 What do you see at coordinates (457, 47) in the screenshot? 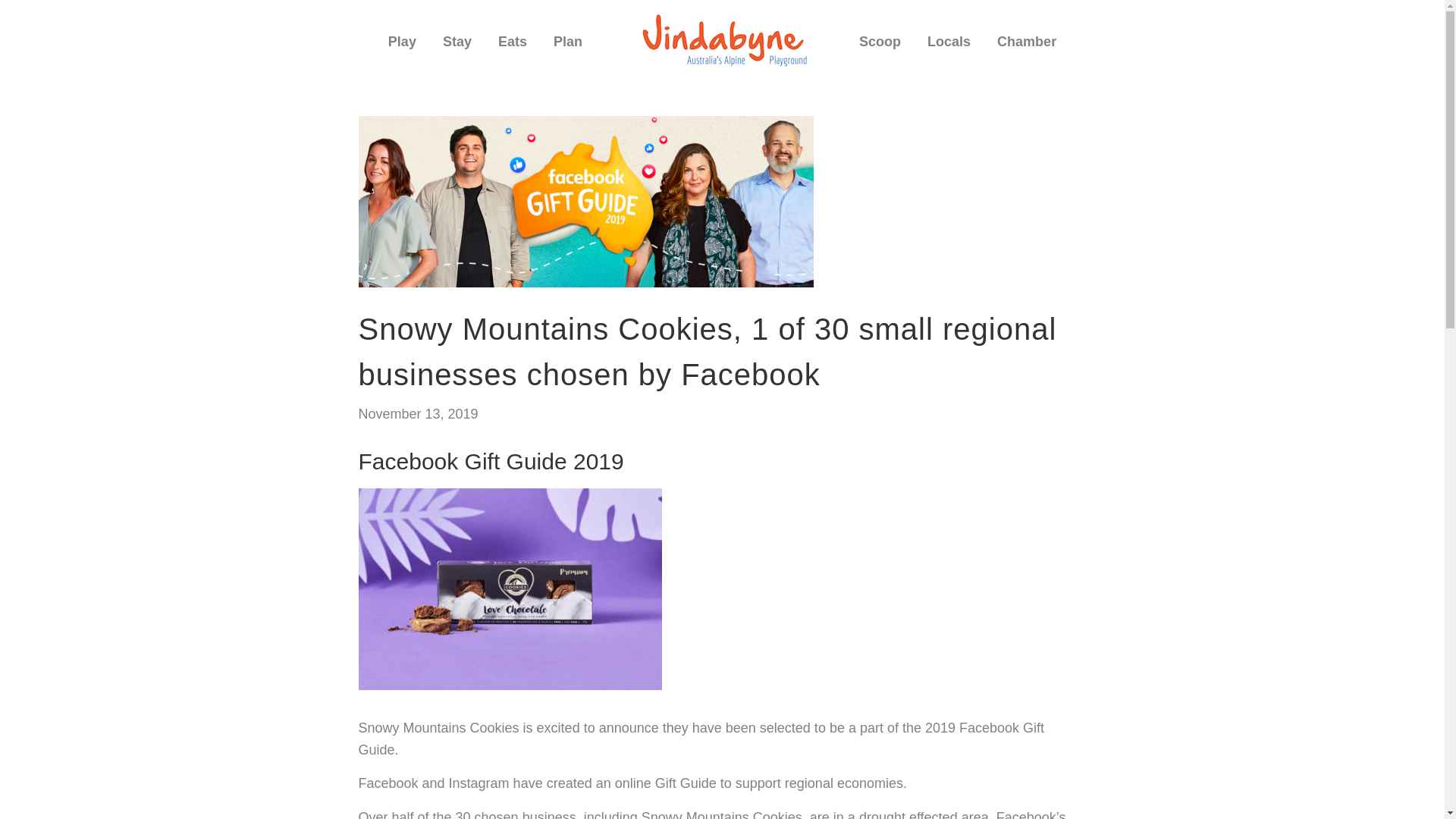
I see `'Stay'` at bounding box center [457, 47].